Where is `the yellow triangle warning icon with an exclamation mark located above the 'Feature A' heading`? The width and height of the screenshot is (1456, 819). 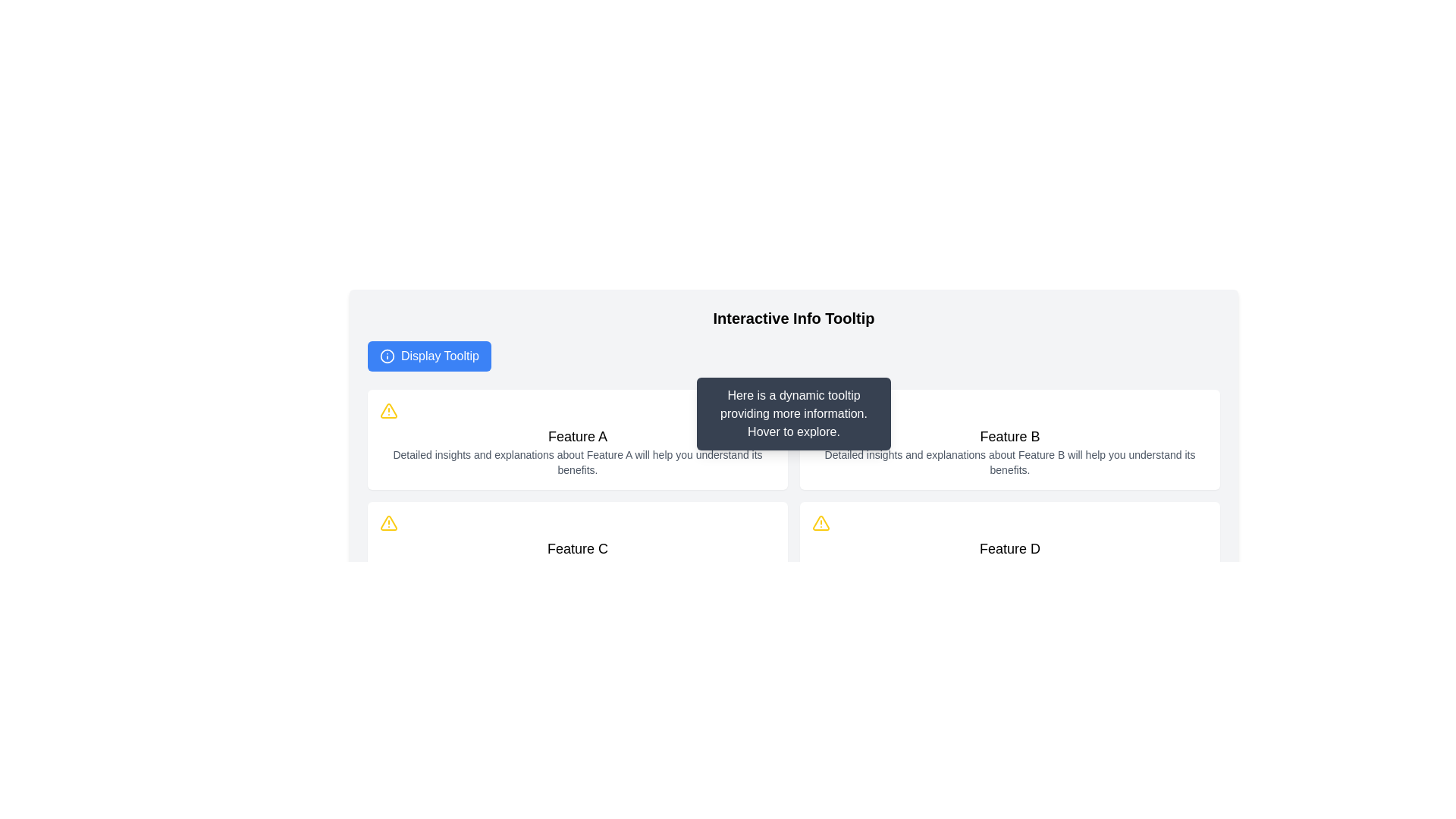
the yellow triangle warning icon with an exclamation mark located above the 'Feature A' heading is located at coordinates (389, 411).